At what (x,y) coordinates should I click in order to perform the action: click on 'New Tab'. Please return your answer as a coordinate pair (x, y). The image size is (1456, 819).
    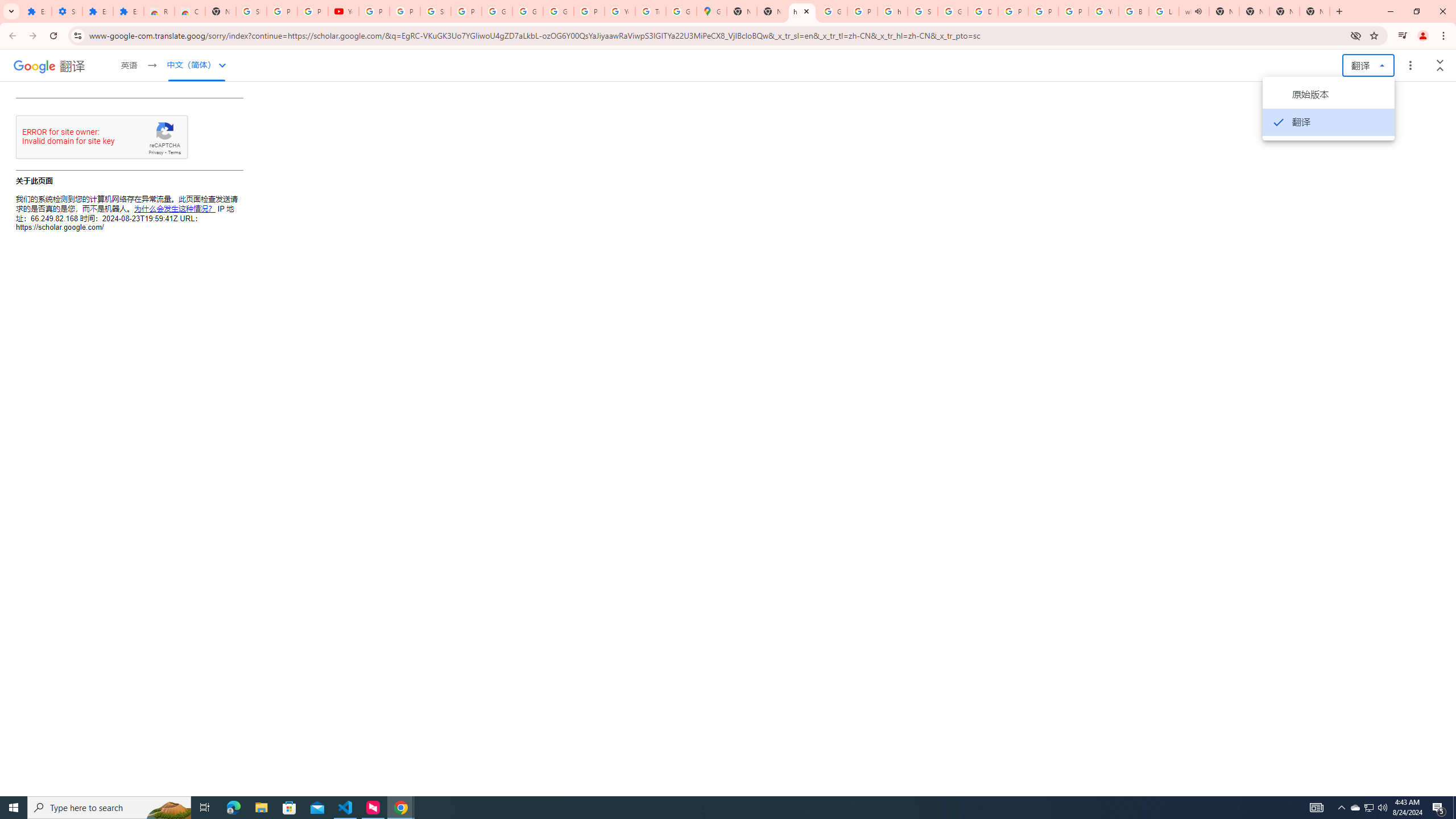
    Looking at the image, I should click on (1284, 11).